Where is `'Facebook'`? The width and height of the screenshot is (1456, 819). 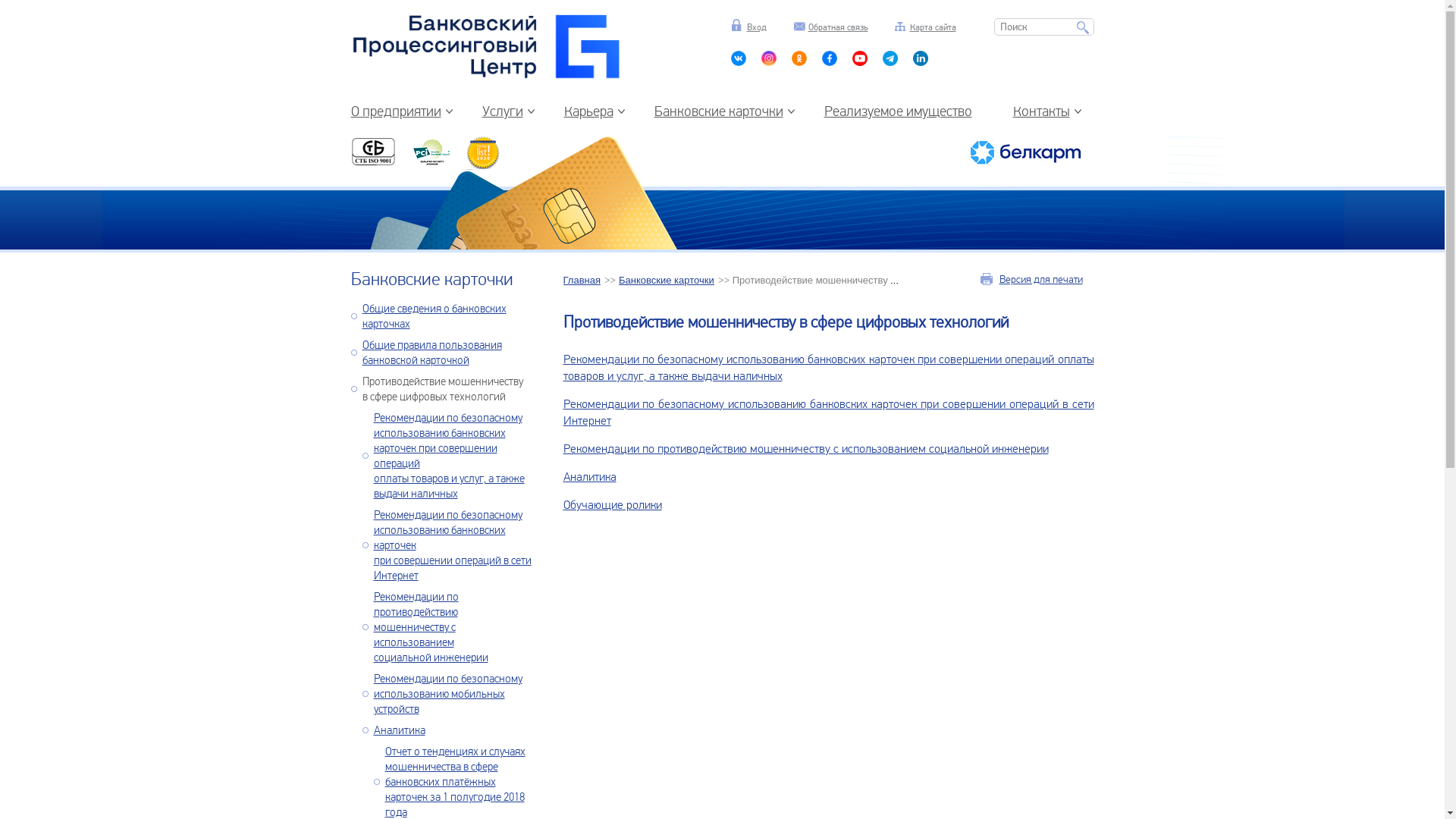
'Facebook' is located at coordinates (829, 61).